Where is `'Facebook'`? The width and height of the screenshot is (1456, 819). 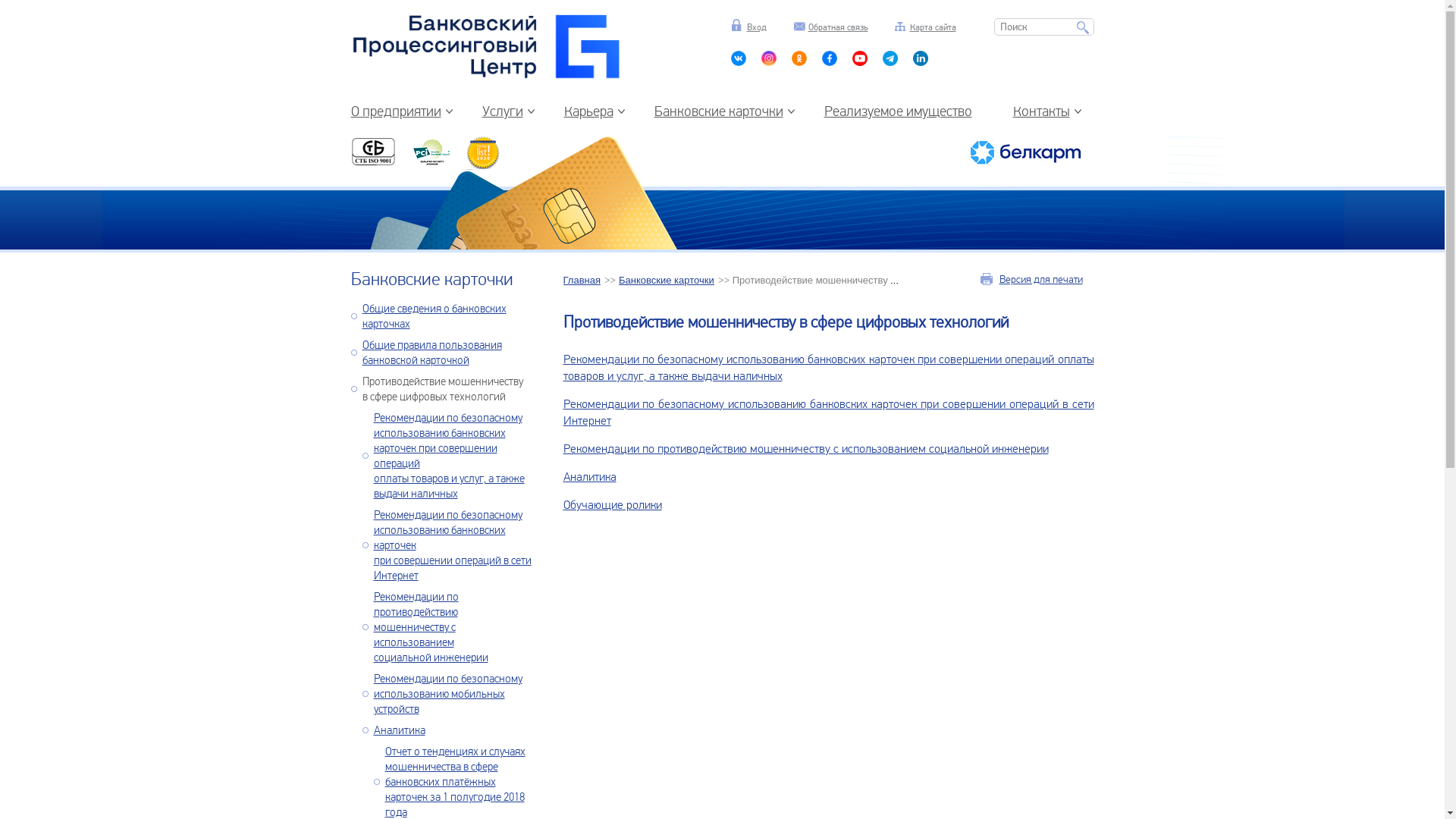
'Facebook' is located at coordinates (829, 61).